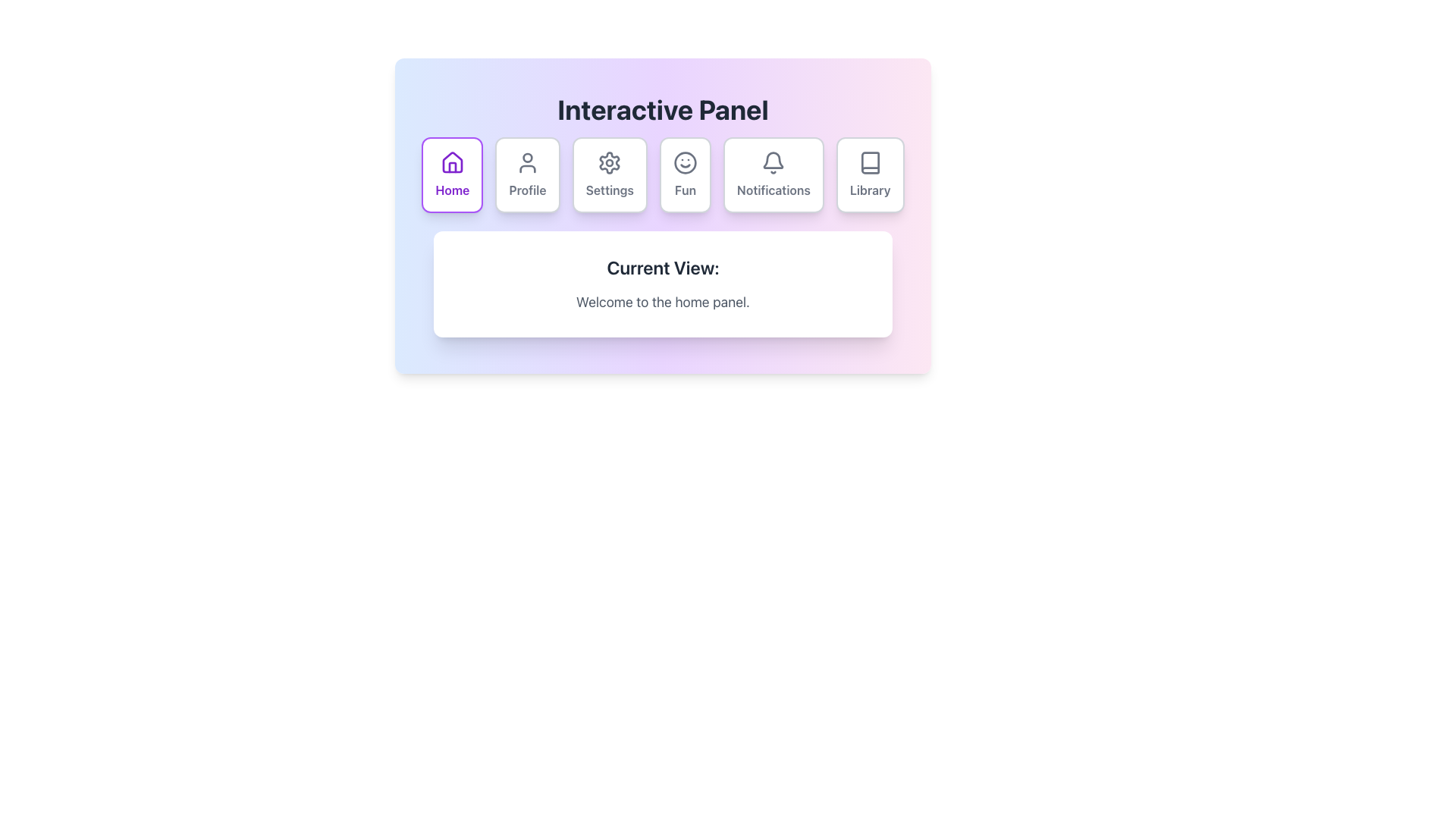 This screenshot has width=1456, height=819. Describe the element at coordinates (870, 163) in the screenshot. I see `the 'Library' button, which is represented by an open book icon with a minimalistic design, located at the top-right section of the interface` at that location.